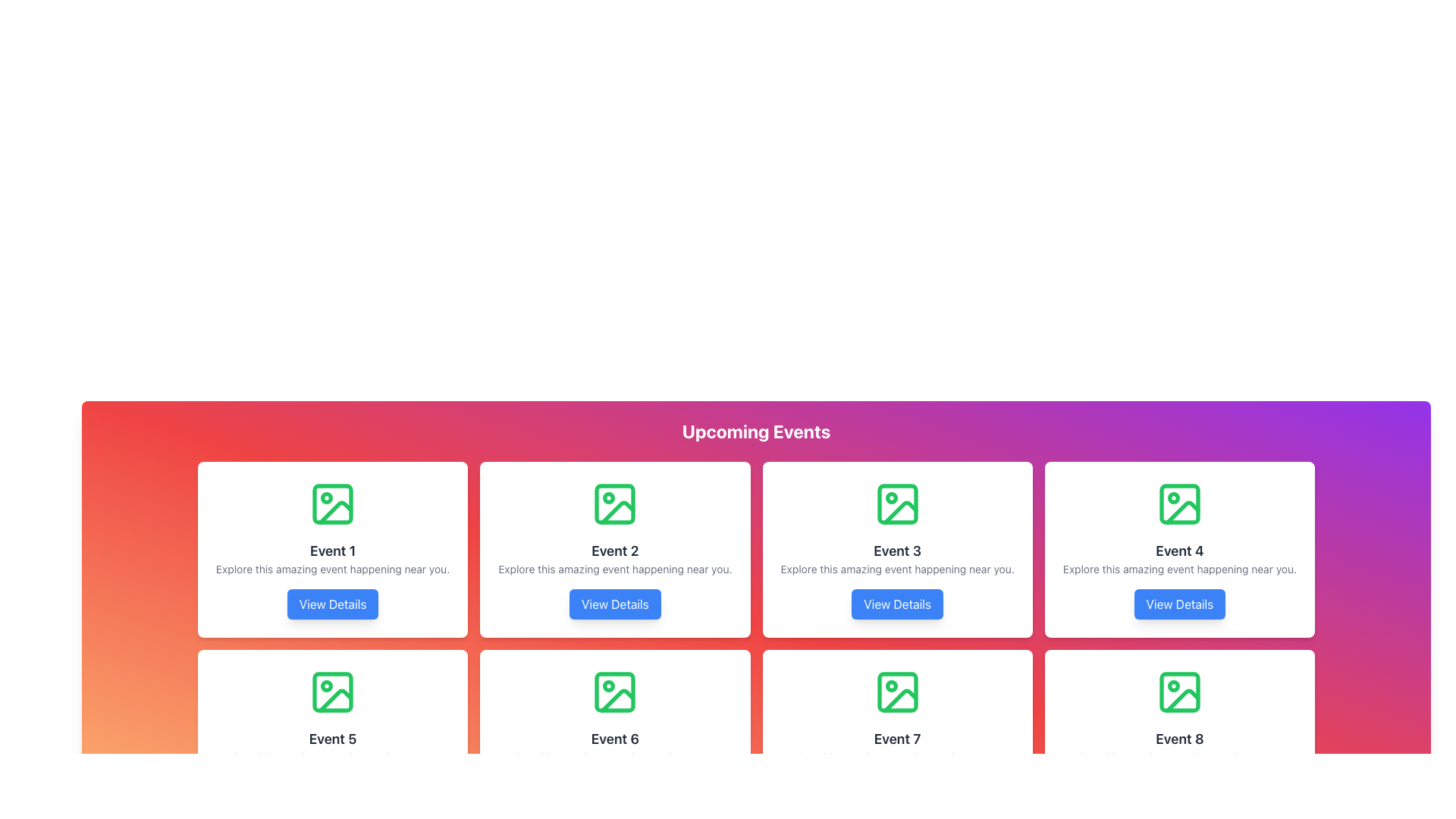 The height and width of the screenshot is (819, 1456). Describe the element at coordinates (615, 504) in the screenshot. I see `the vibrant green outline icon representing an image, located in the second card of the first row labeled 'Event 2'` at that location.